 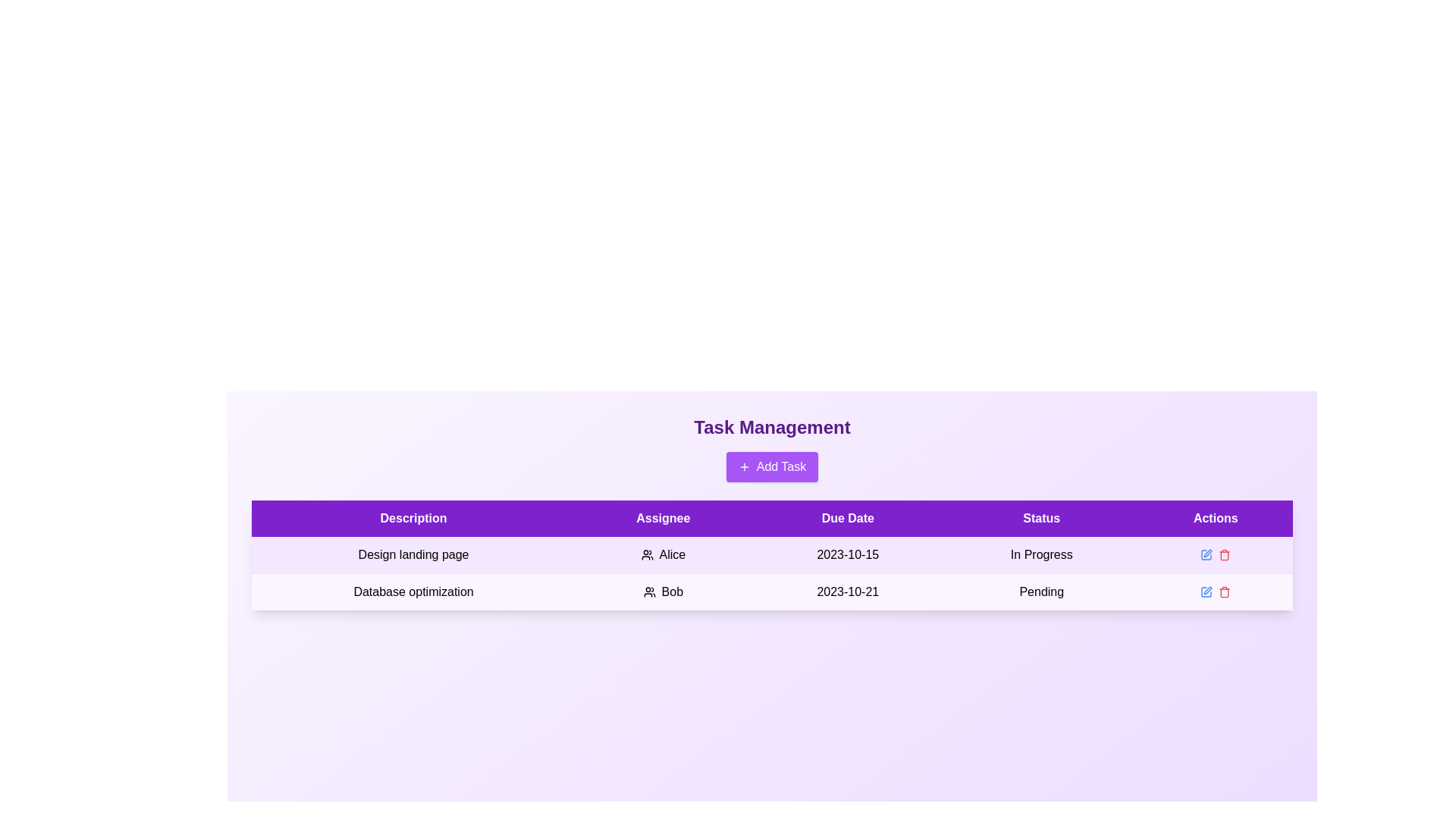 I want to click on the text label indicating the current status of a task as 'Pending' located in the second row of the table under the 'Status' column, so click(x=1040, y=591).